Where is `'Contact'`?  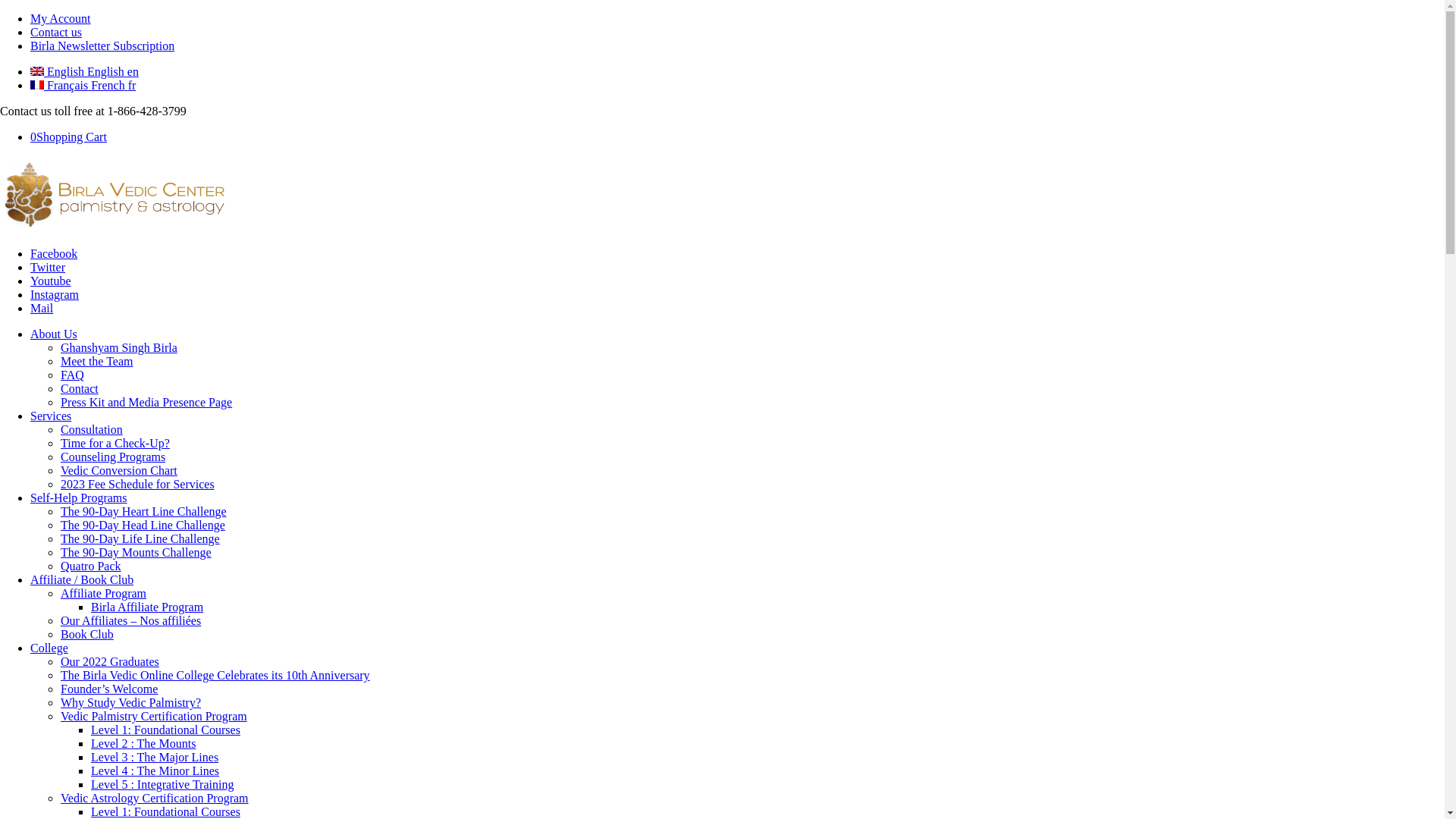 'Contact' is located at coordinates (61, 388).